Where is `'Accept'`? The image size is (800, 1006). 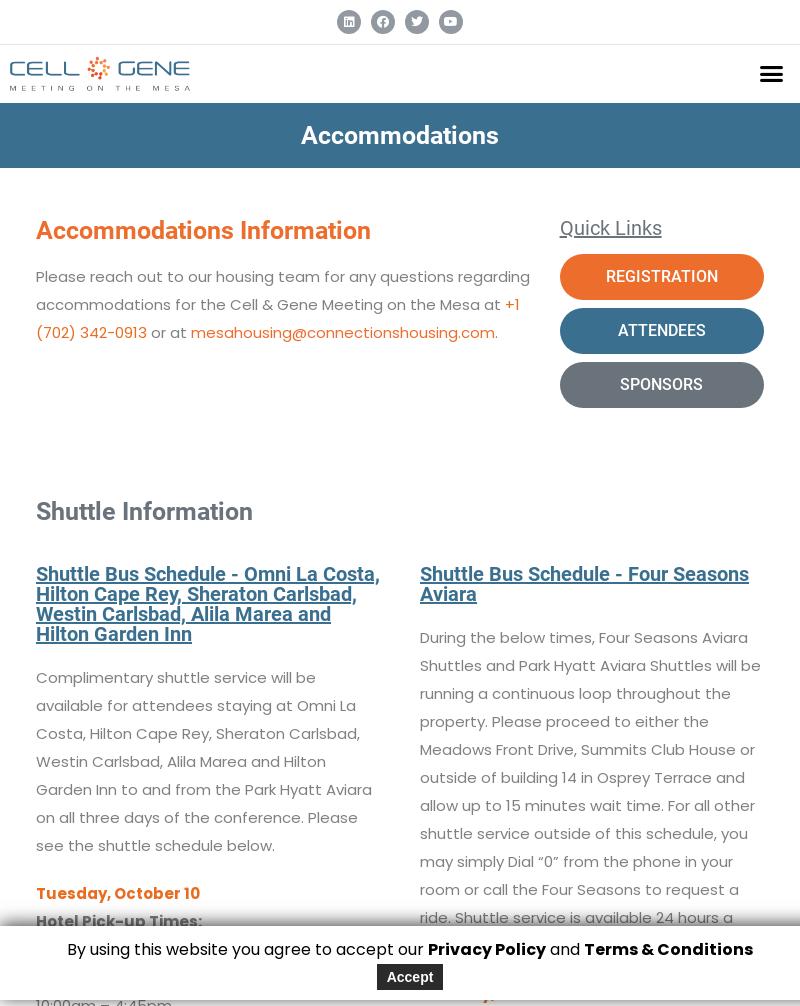 'Accept' is located at coordinates (409, 976).